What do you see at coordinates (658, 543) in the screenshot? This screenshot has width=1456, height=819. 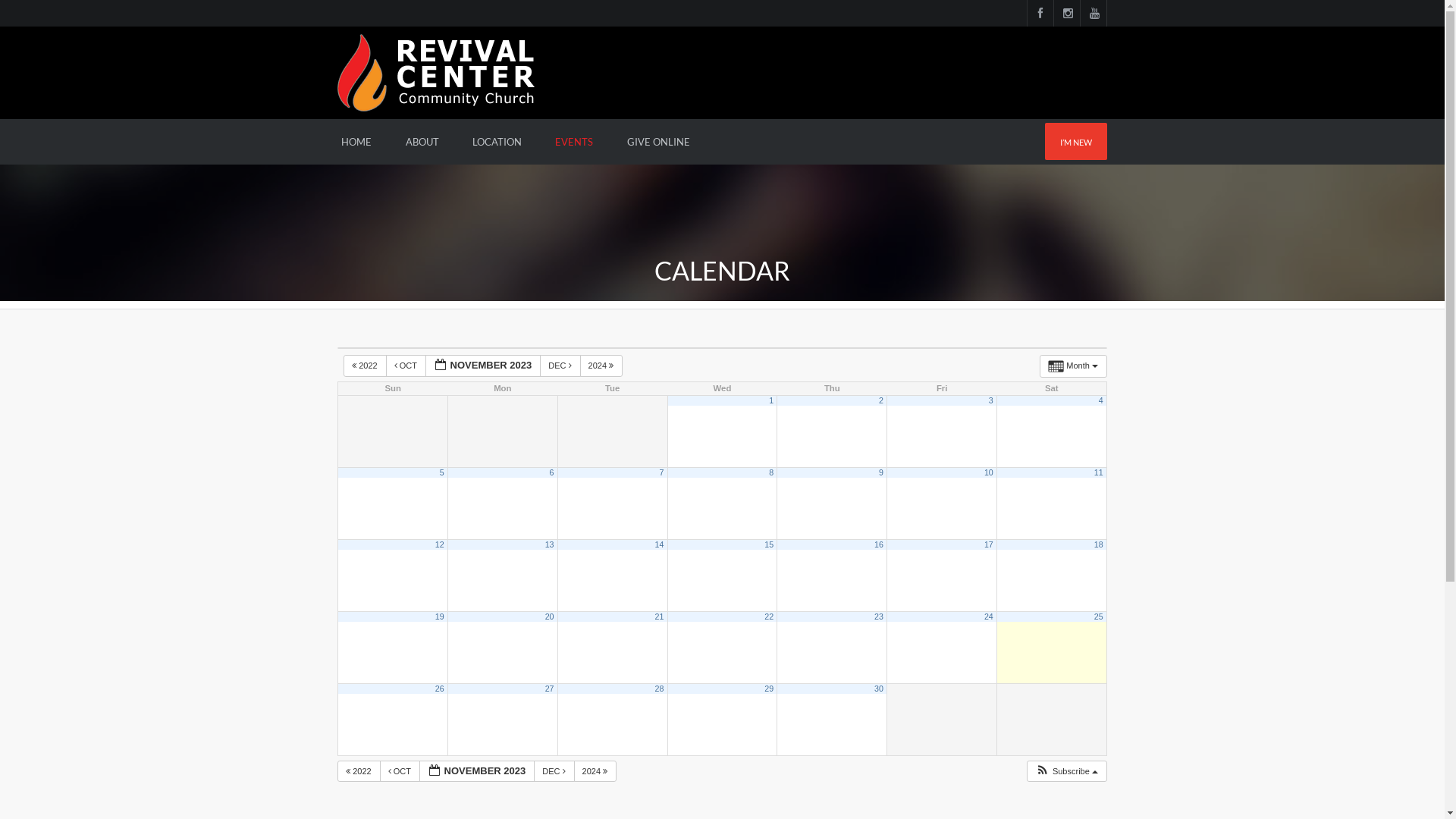 I see `'14'` at bounding box center [658, 543].